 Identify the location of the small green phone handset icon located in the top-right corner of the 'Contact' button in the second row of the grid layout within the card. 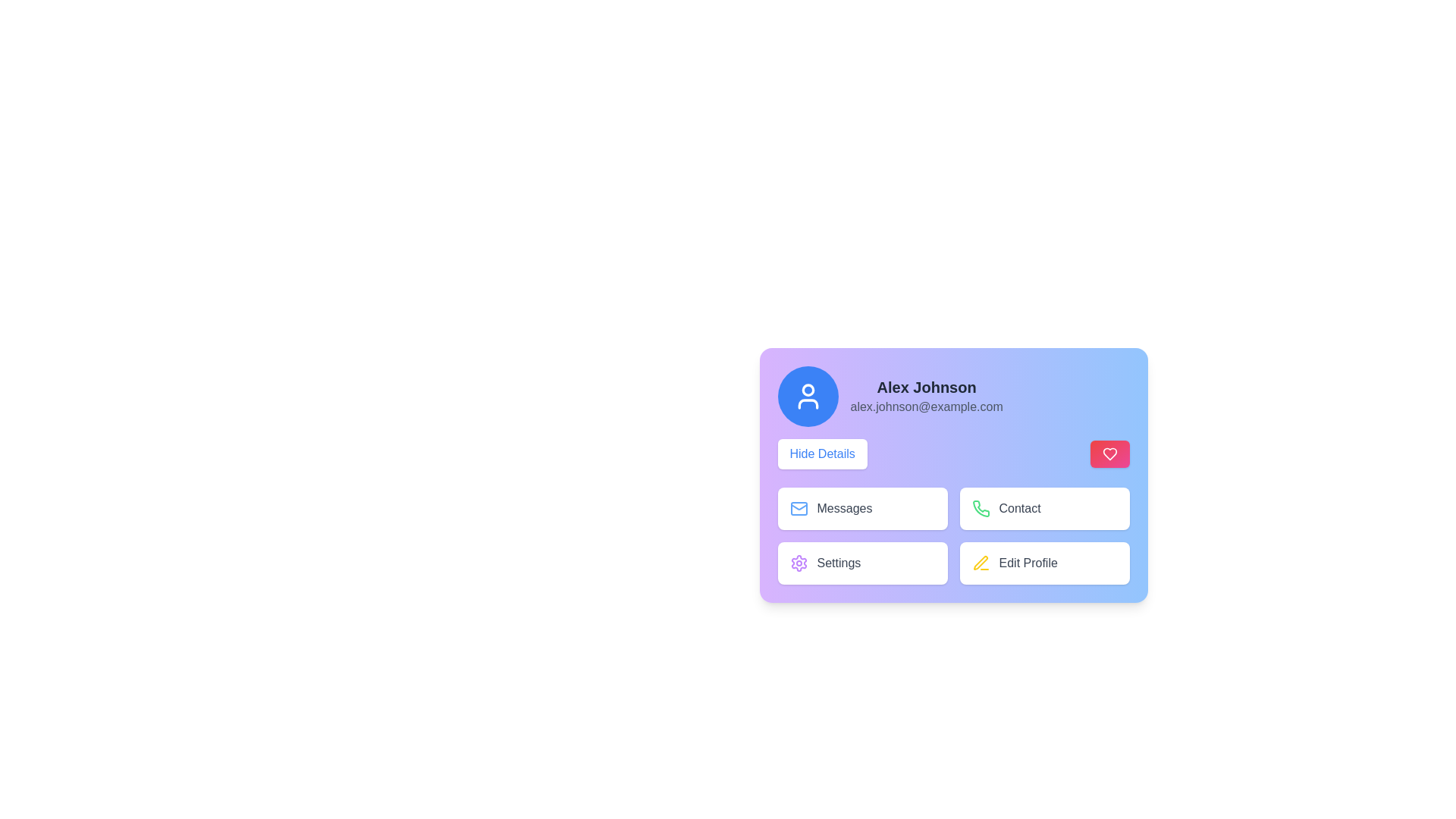
(981, 509).